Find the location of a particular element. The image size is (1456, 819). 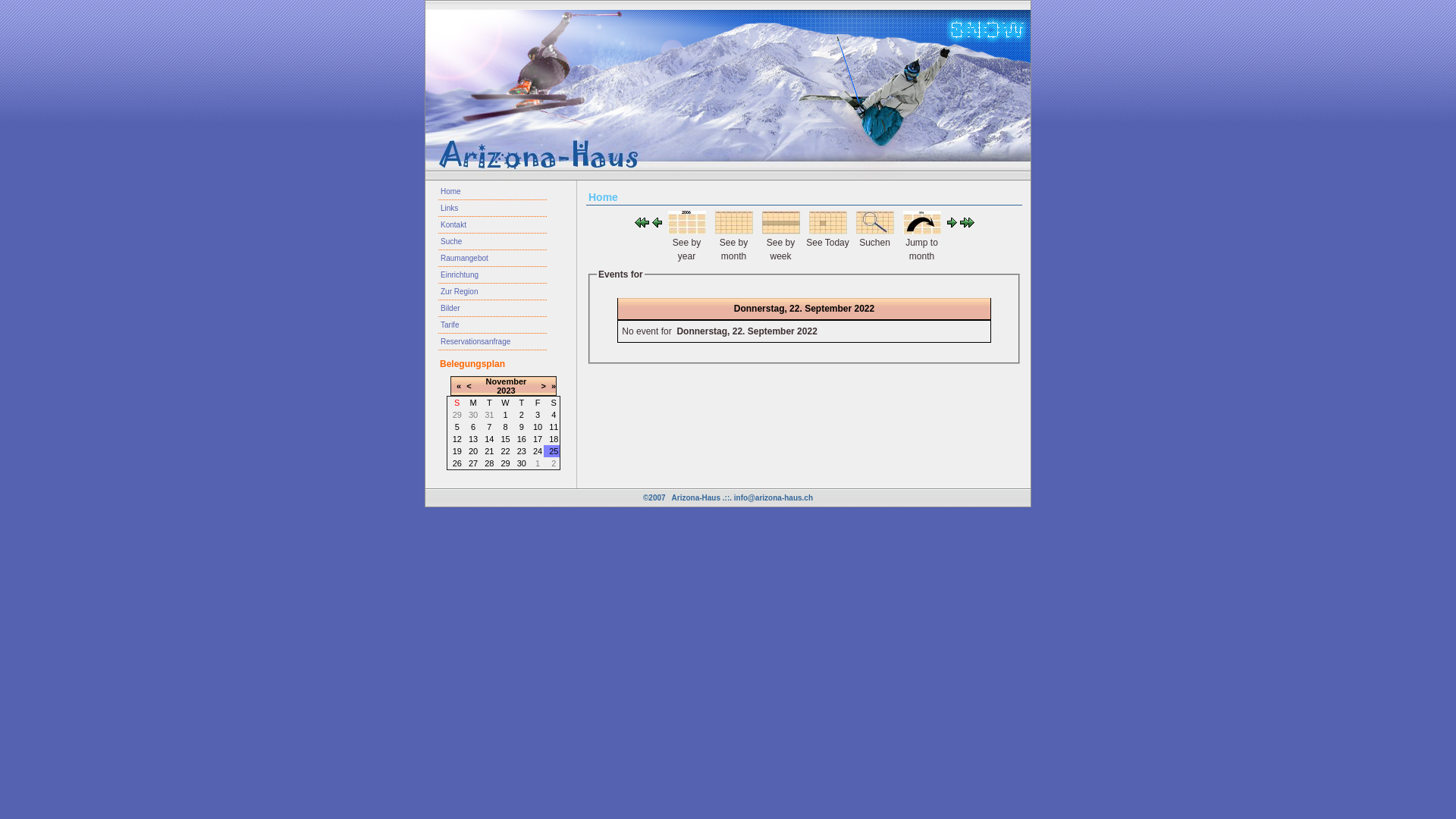

'21' is located at coordinates (488, 450).